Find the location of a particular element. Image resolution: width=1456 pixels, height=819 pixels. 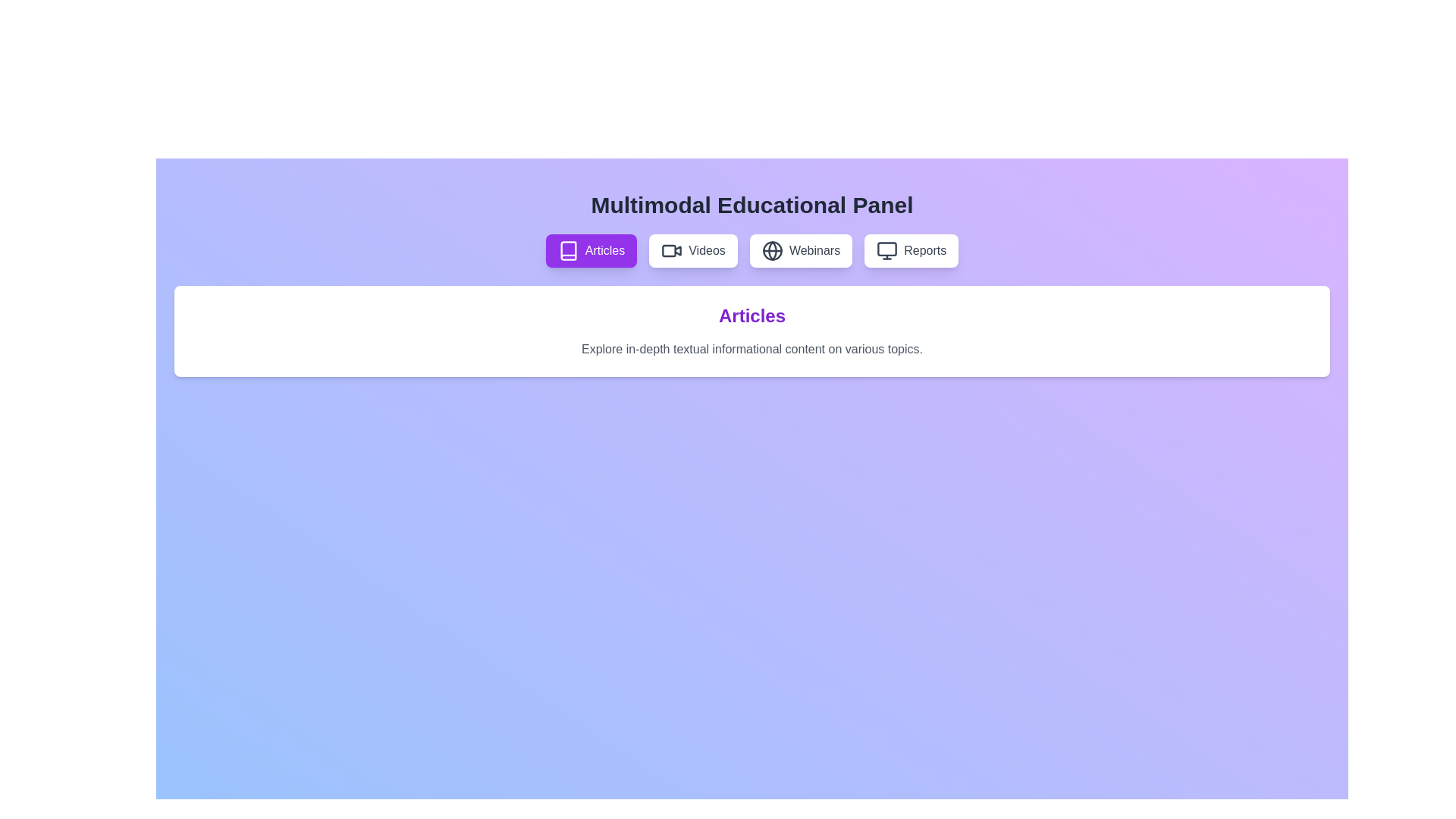

the rectangular button with rounded corners, purple background, and white text labeled 'Articles' is located at coordinates (591, 250).